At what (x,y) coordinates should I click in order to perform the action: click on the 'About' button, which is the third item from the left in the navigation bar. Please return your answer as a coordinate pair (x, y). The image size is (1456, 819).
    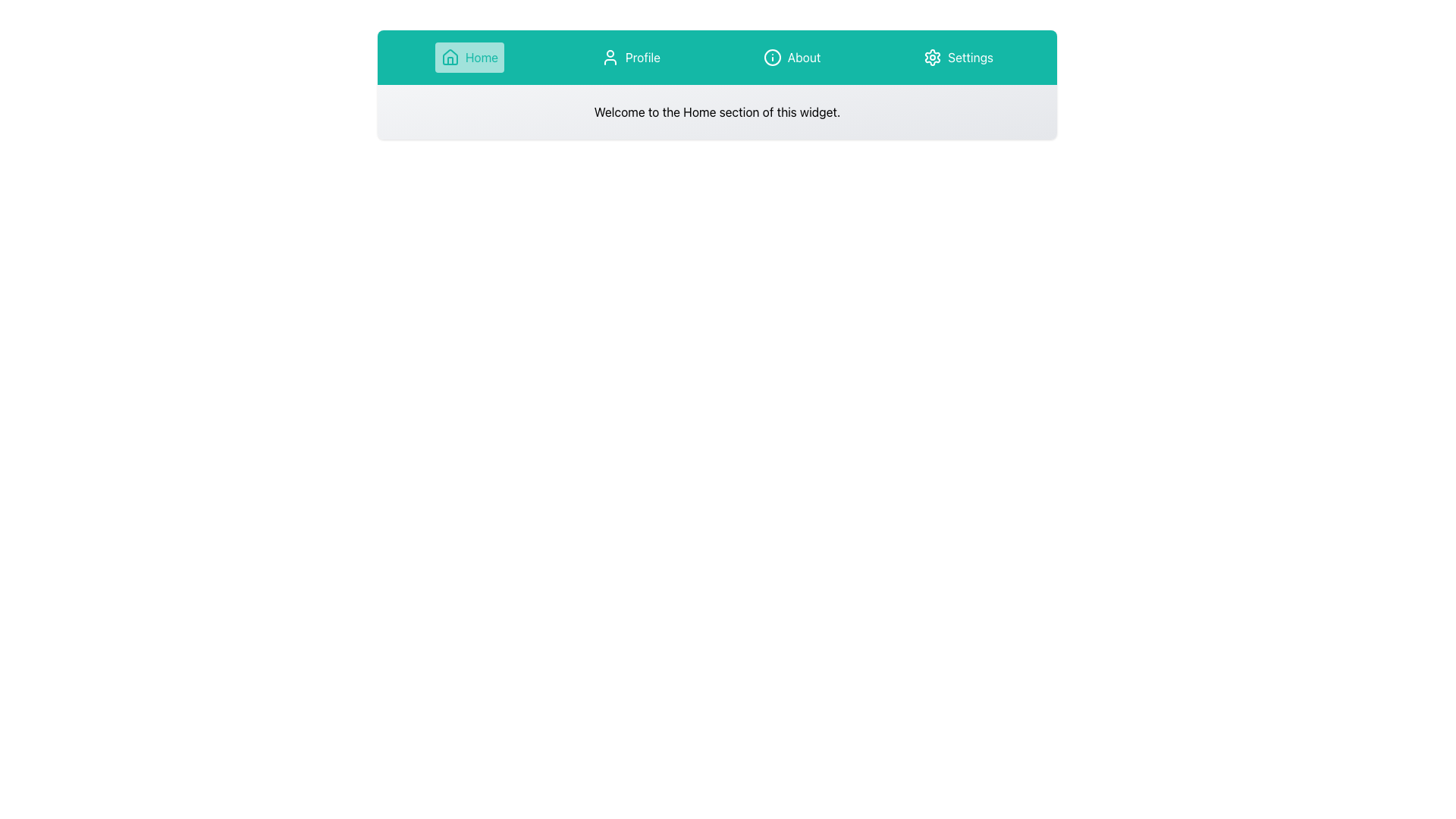
    Looking at the image, I should click on (791, 57).